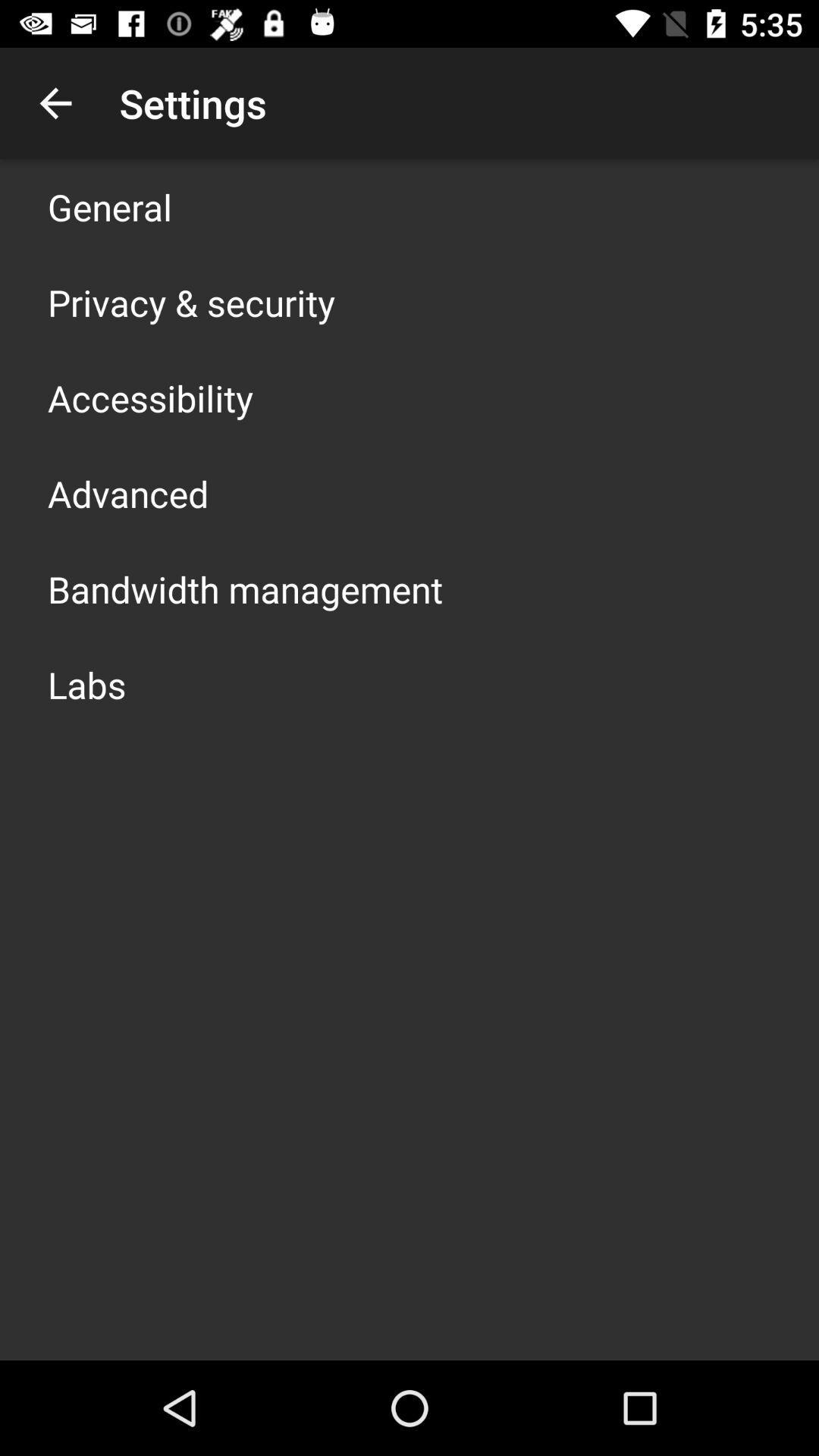 Image resolution: width=819 pixels, height=1456 pixels. Describe the element at coordinates (150, 397) in the screenshot. I see `the accessibility icon` at that location.